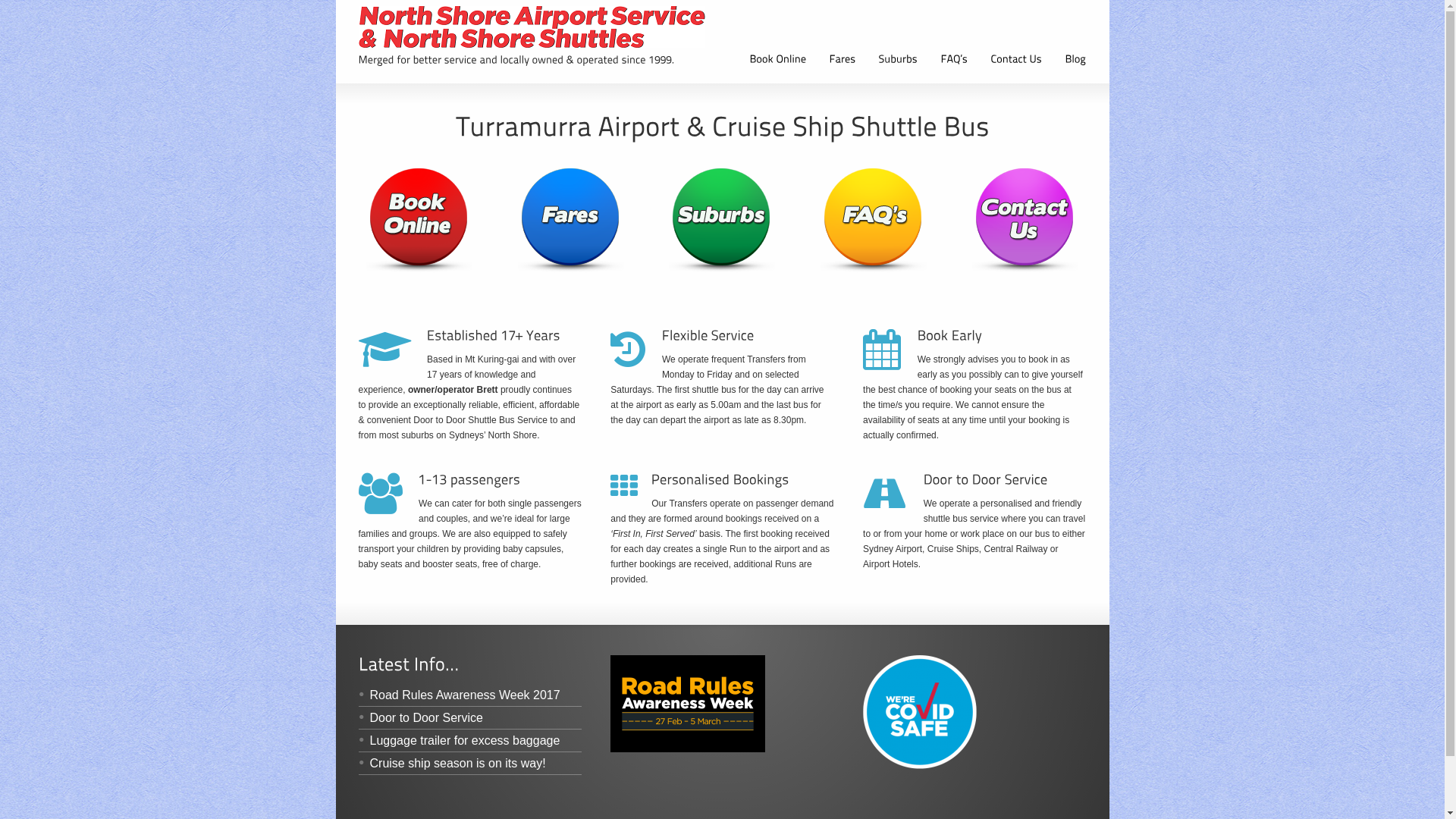  I want to click on 'Luggage trailer for excess baggage', so click(457, 739).